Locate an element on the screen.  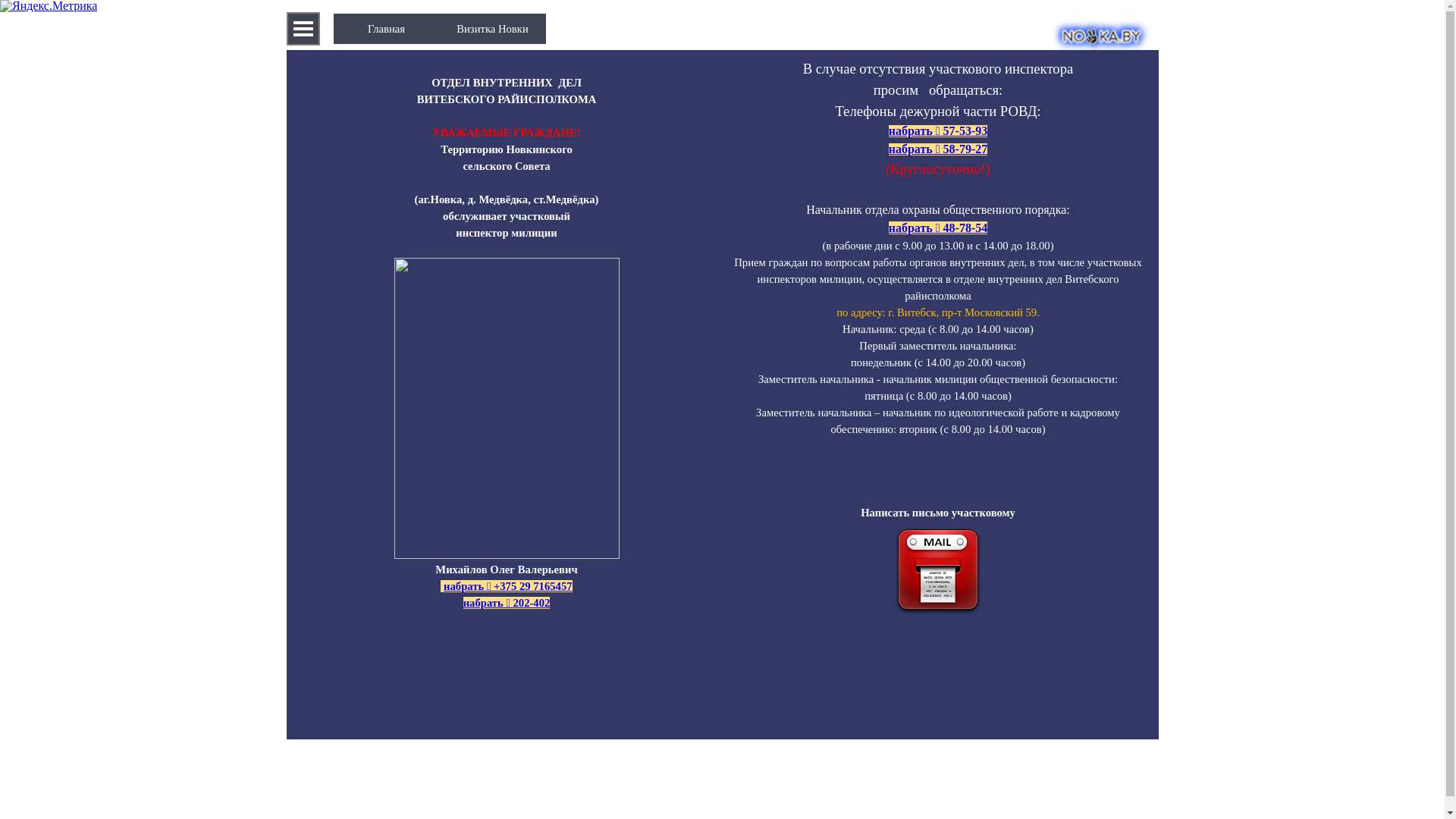
'29 7165457' is located at coordinates (546, 585).